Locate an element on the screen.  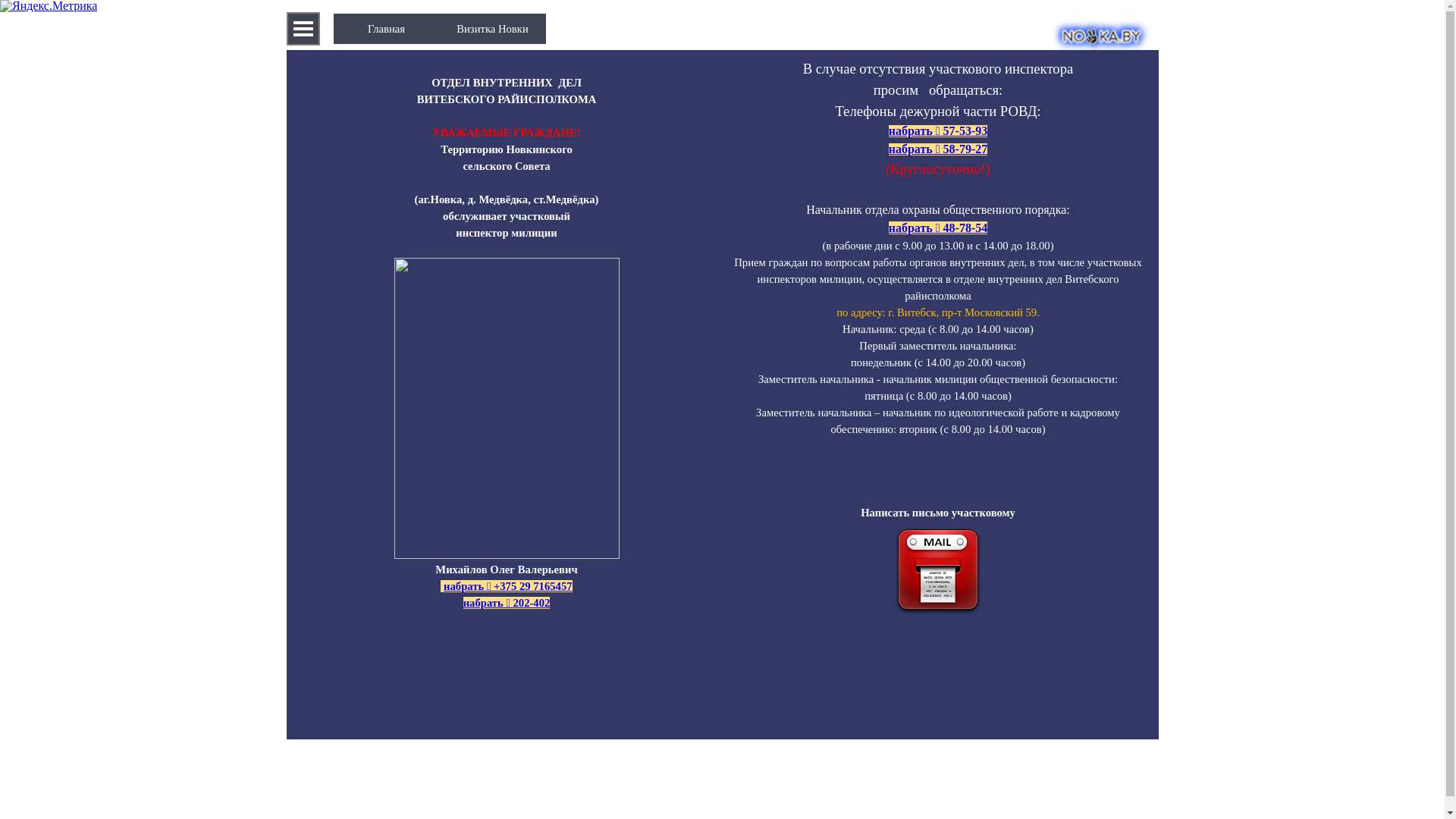
'29 7165457' is located at coordinates (546, 585).